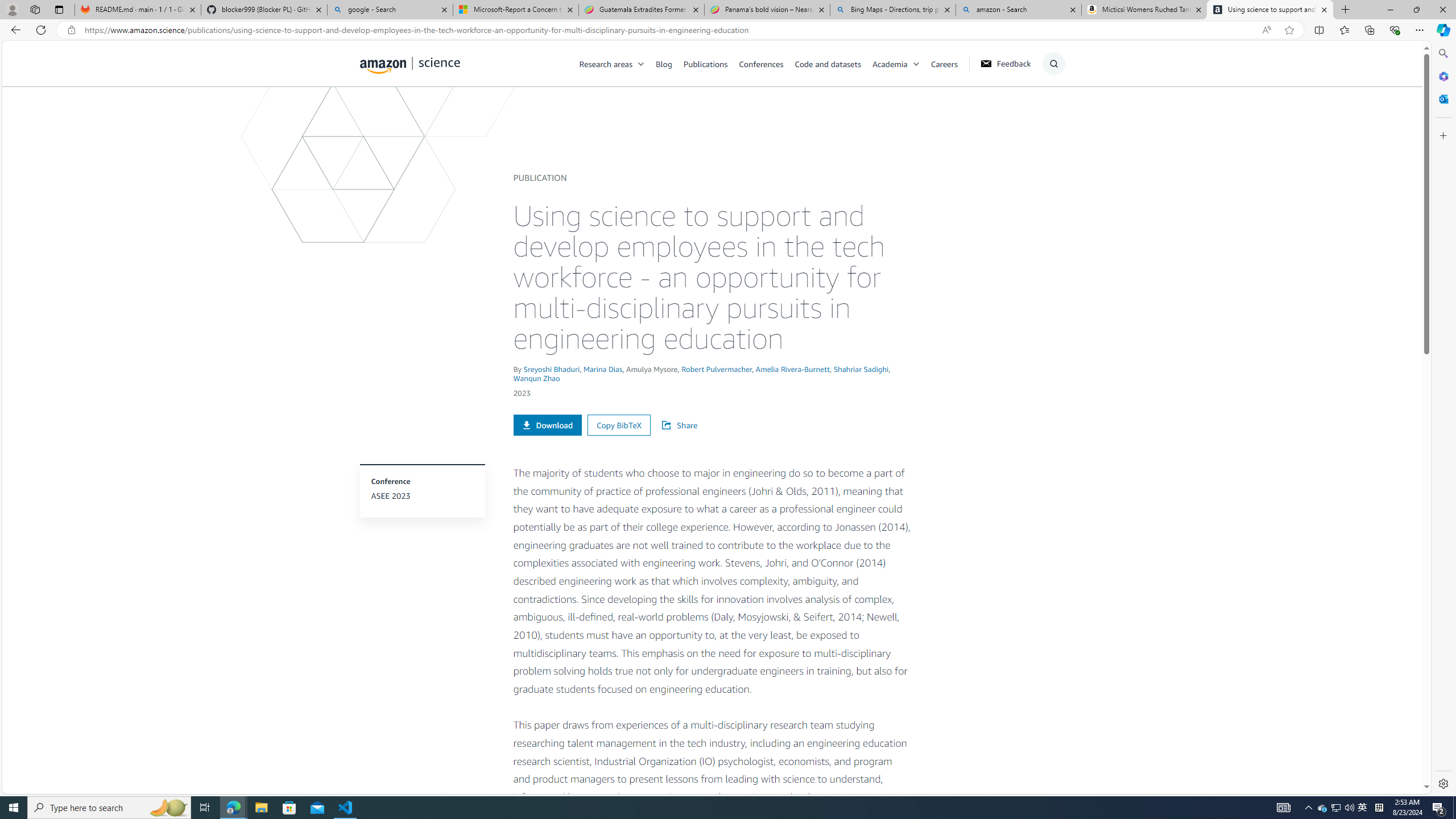 This screenshot has width=1456, height=819. Describe the element at coordinates (536, 377) in the screenshot. I see `'Wanqun Zhao'` at that location.